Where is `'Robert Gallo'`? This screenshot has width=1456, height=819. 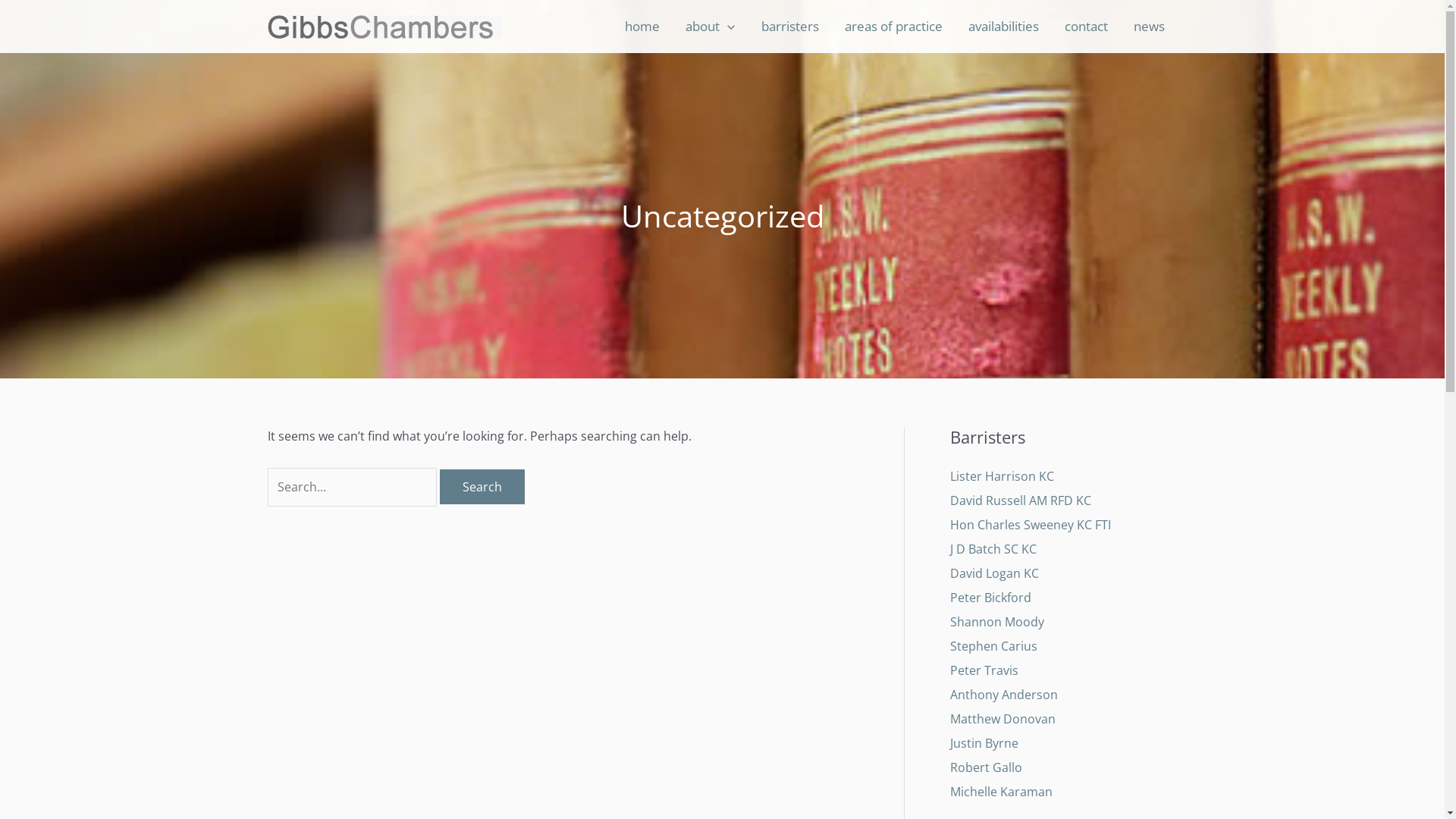 'Robert Gallo' is located at coordinates (985, 767).